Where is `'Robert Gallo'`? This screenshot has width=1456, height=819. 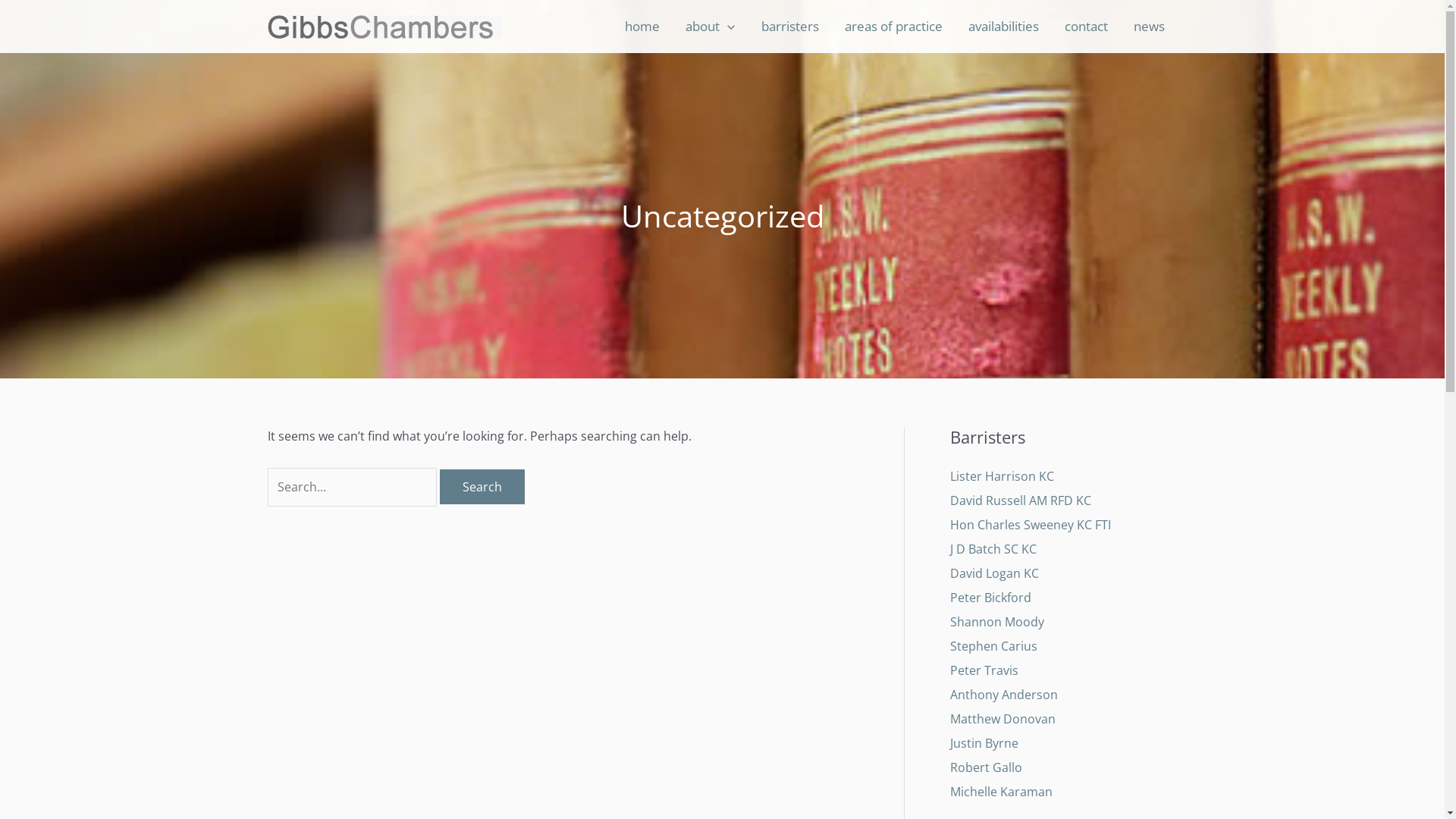 'Robert Gallo' is located at coordinates (985, 767).